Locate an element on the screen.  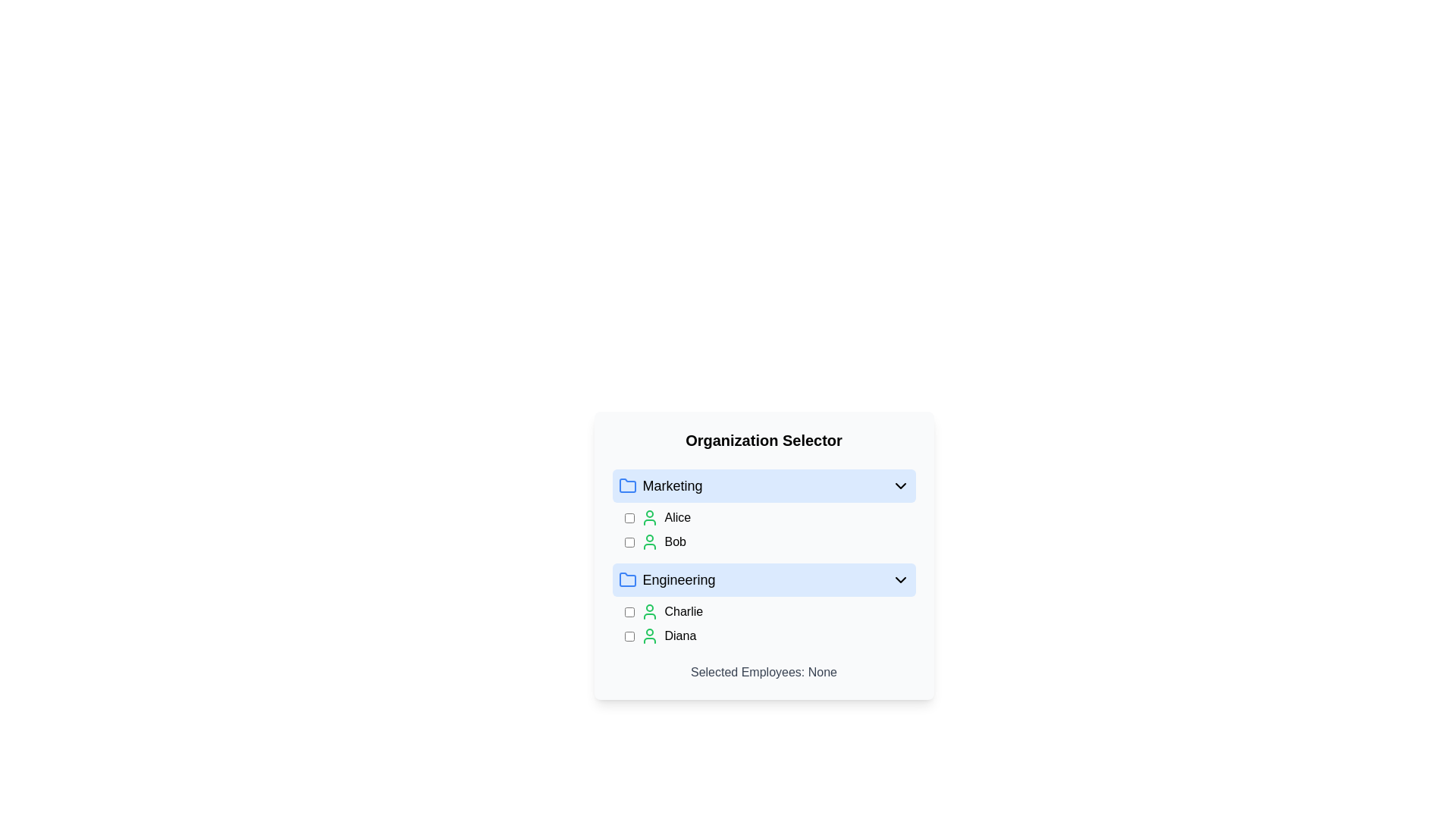
the interactive checkbox located to the left of the name text 'Diana' in the 'Engineering' section to check or uncheck it is located at coordinates (629, 636).